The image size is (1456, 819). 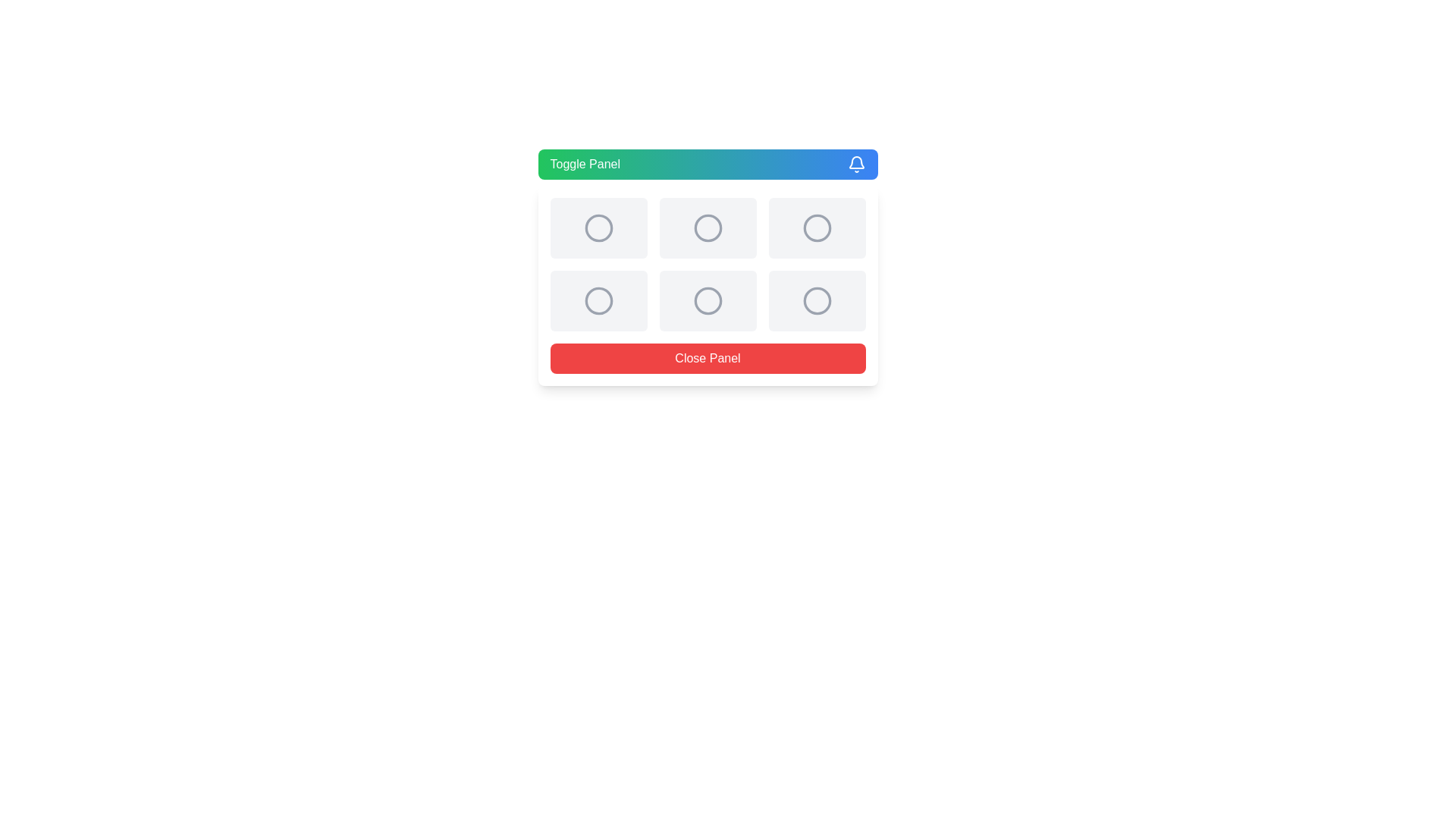 I want to click on the grid cell in the second column and first row that has a centered circular icon outlined in lighter gray, which is styled as a gray rounded rectangle, so click(x=707, y=227).